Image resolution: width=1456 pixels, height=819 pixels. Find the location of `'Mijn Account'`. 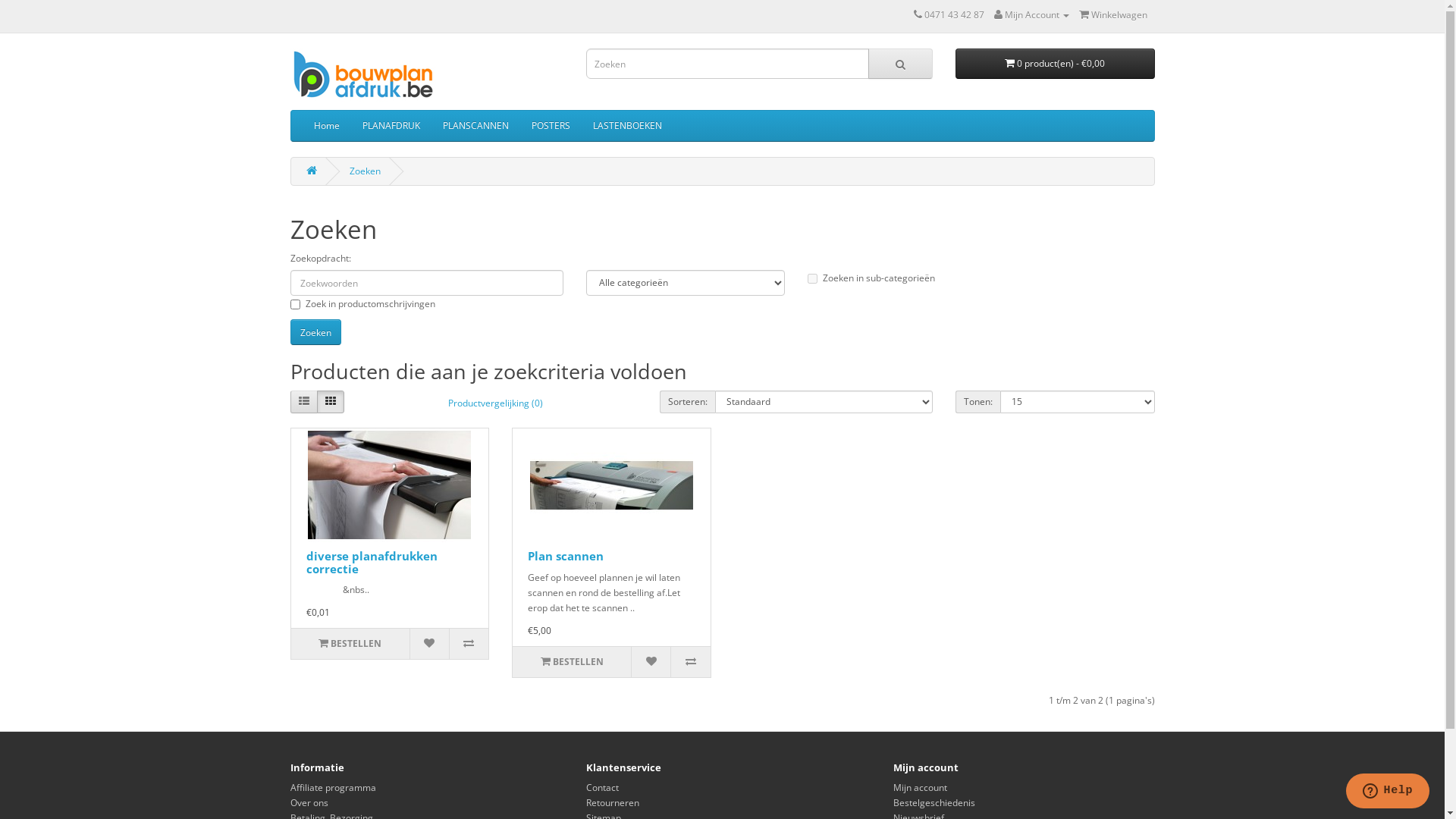

'Mijn Account' is located at coordinates (1031, 14).